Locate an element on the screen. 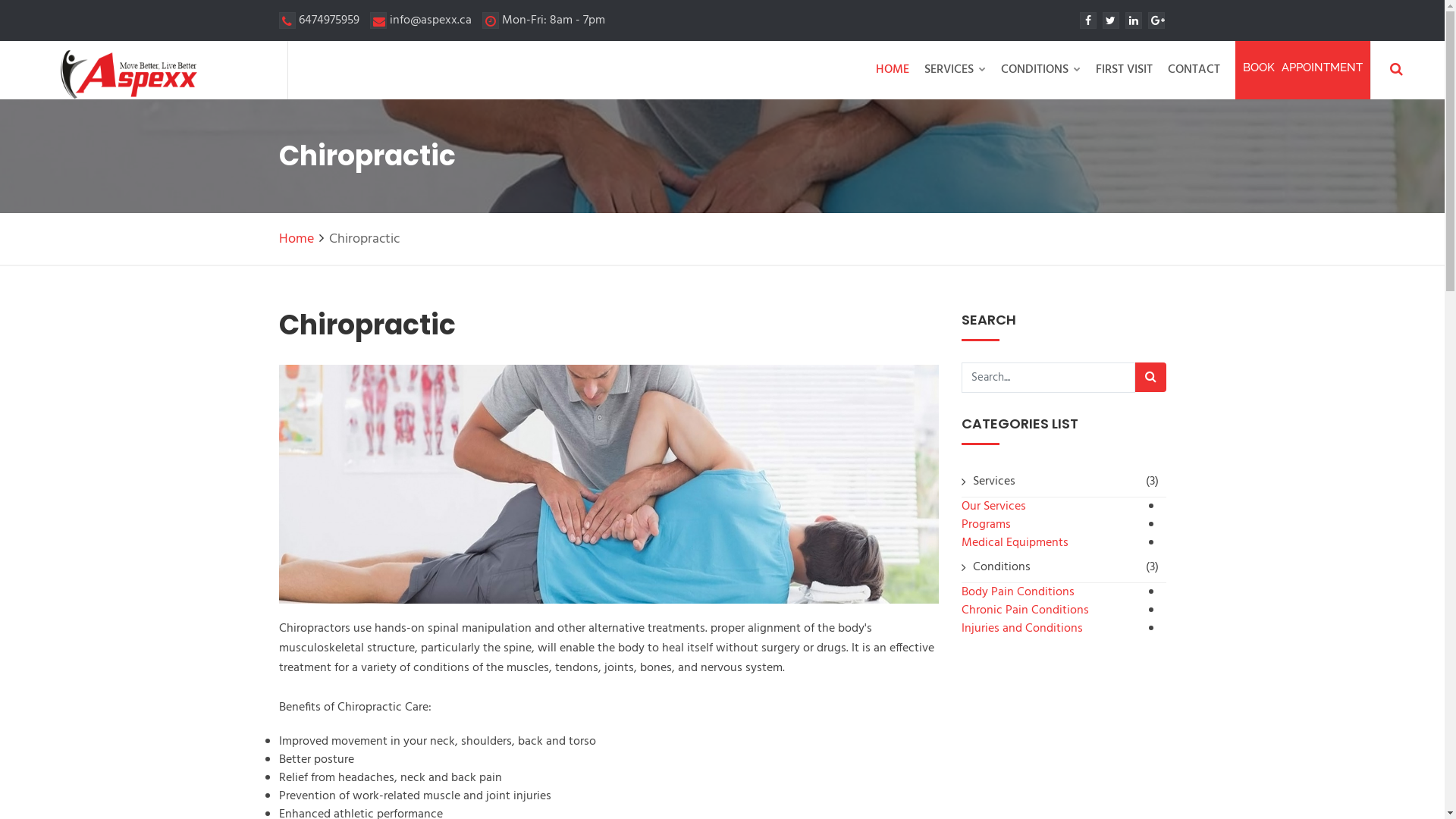  'HOME' is located at coordinates (892, 70).